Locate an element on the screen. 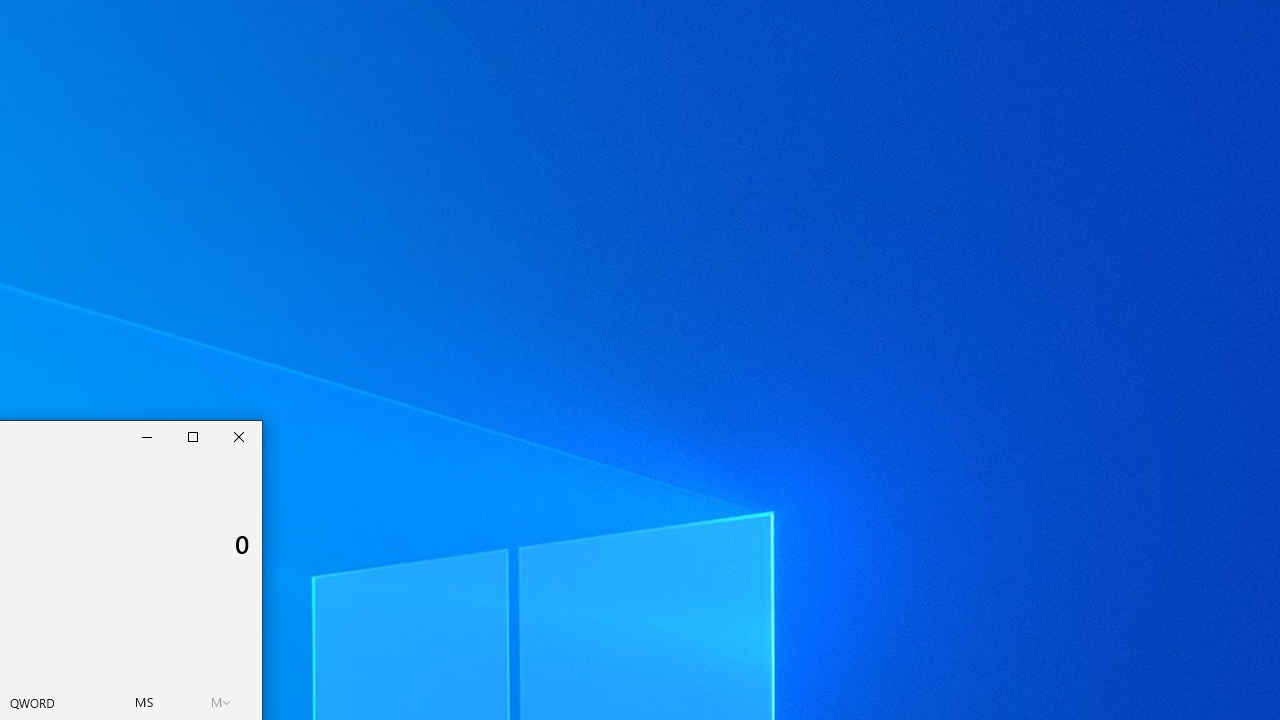 The height and width of the screenshot is (720, 1280). 'Open memory flyout' is located at coordinates (221, 701).